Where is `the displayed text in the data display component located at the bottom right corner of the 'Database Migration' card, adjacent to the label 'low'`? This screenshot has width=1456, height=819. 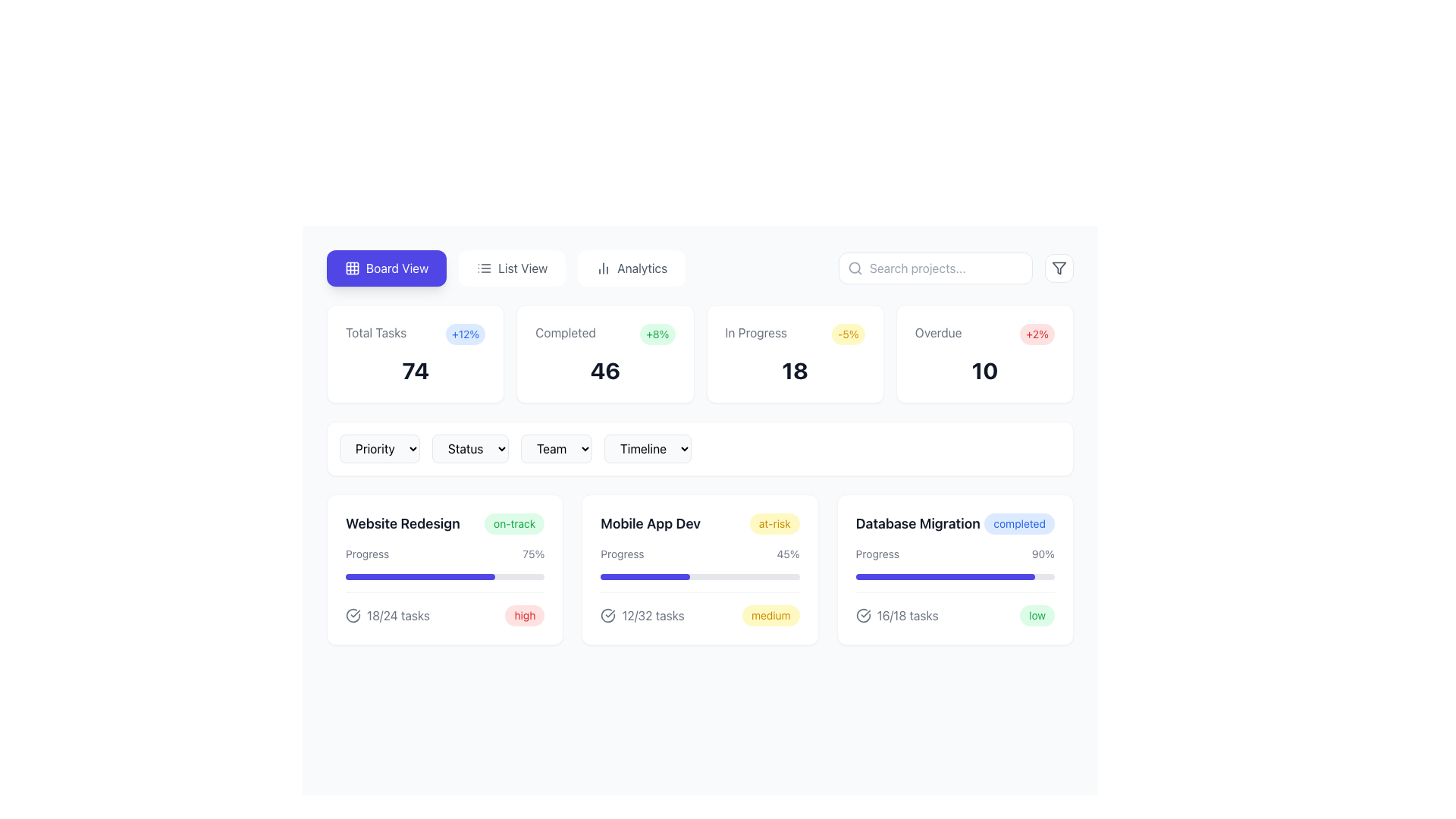
the displayed text in the data display component located at the bottom right corner of the 'Database Migration' card, adjacent to the label 'low' is located at coordinates (897, 616).